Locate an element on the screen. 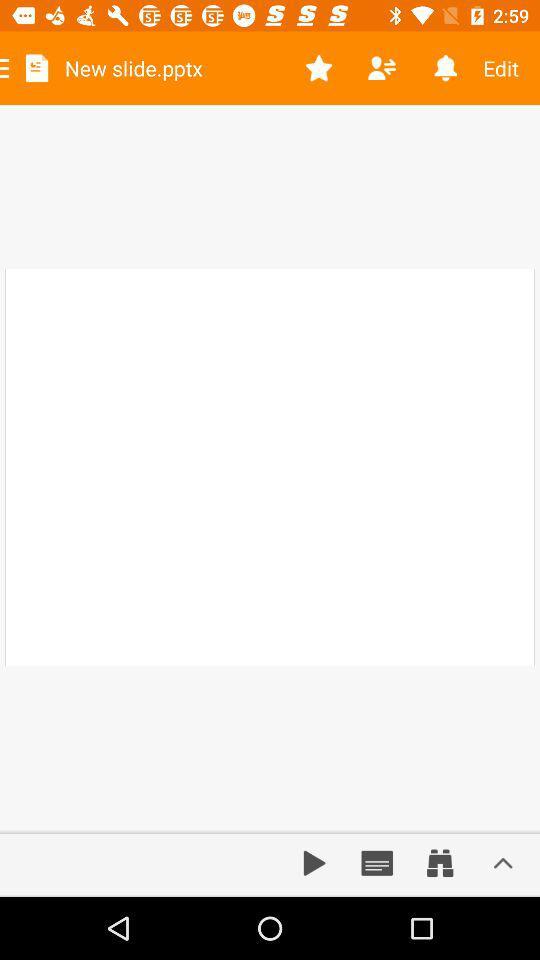 This screenshot has width=540, height=960. item at the center is located at coordinates (270, 467).